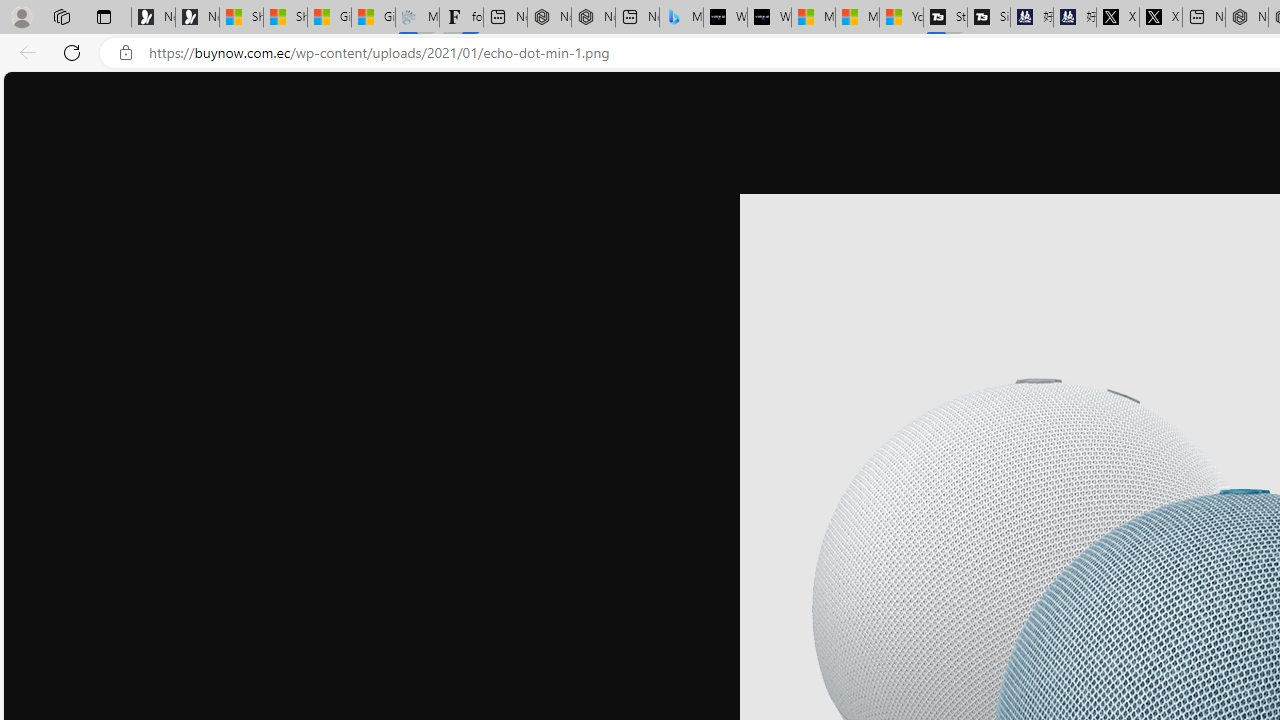 The width and height of the screenshot is (1280, 720). What do you see at coordinates (373, 17) in the screenshot?
I see `'Gilma and Hector both pose tropical trouble for Hawaii'` at bounding box center [373, 17].